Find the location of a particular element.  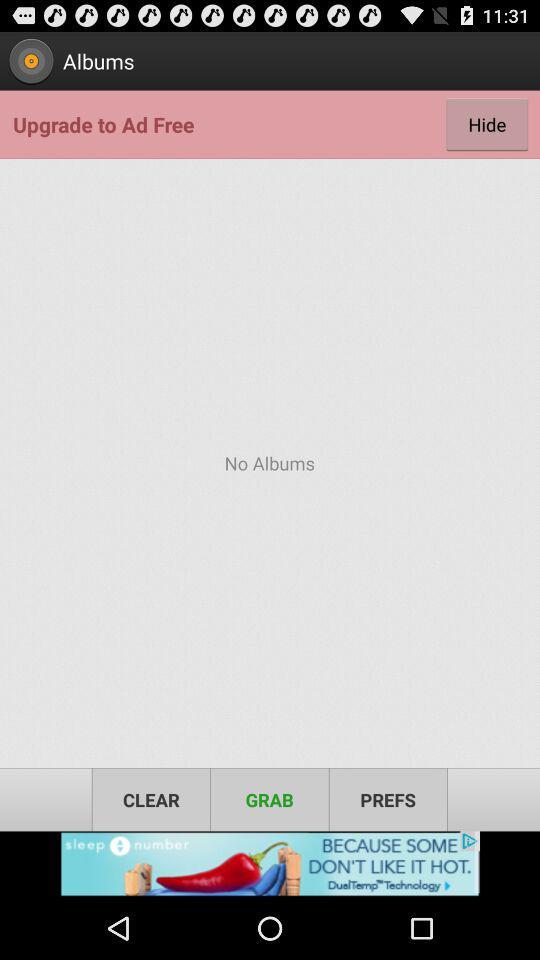

advertisement for sleep number is located at coordinates (270, 863).